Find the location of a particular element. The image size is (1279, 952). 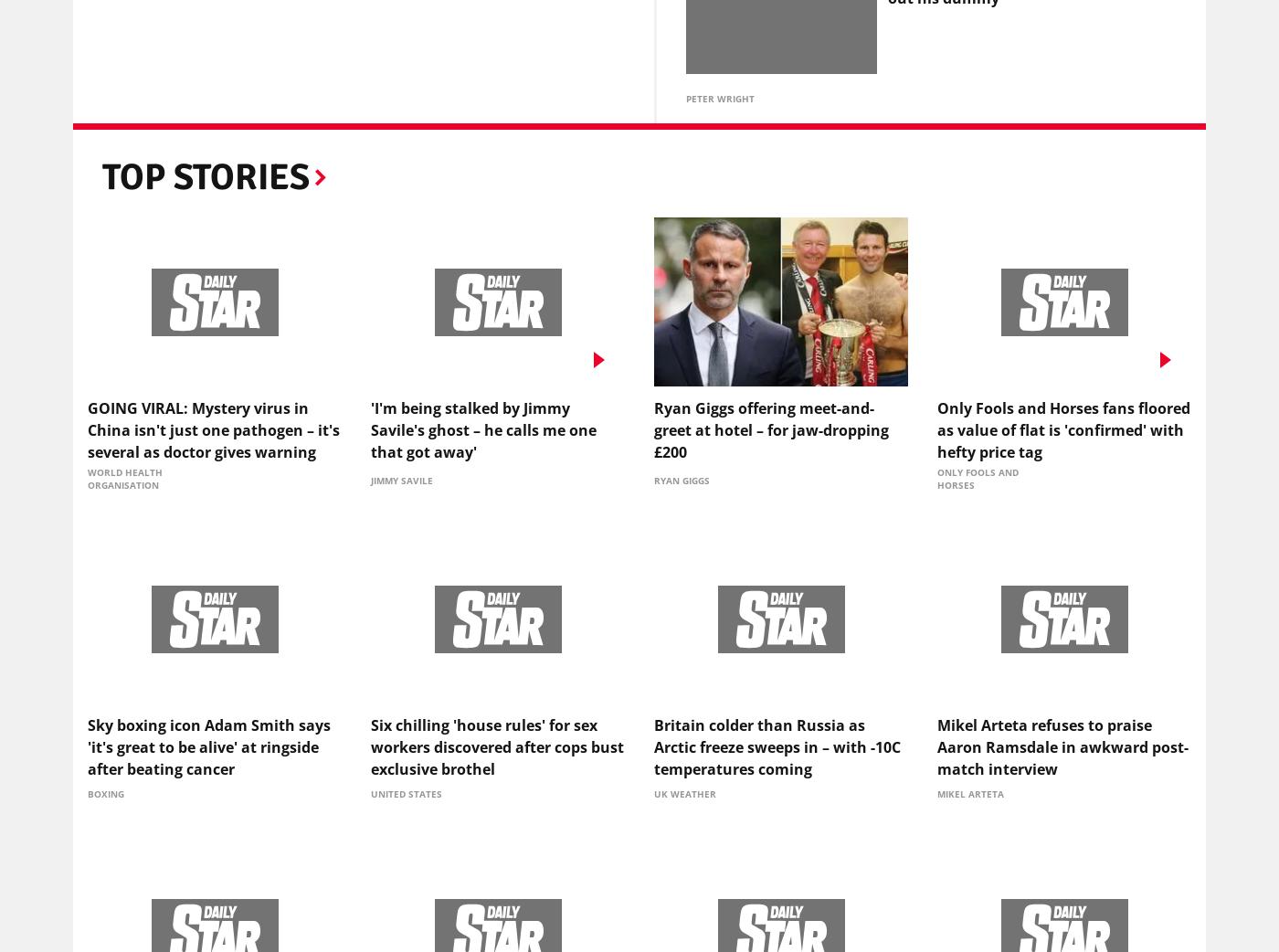

'Most Recent' is located at coordinates (229, 272).